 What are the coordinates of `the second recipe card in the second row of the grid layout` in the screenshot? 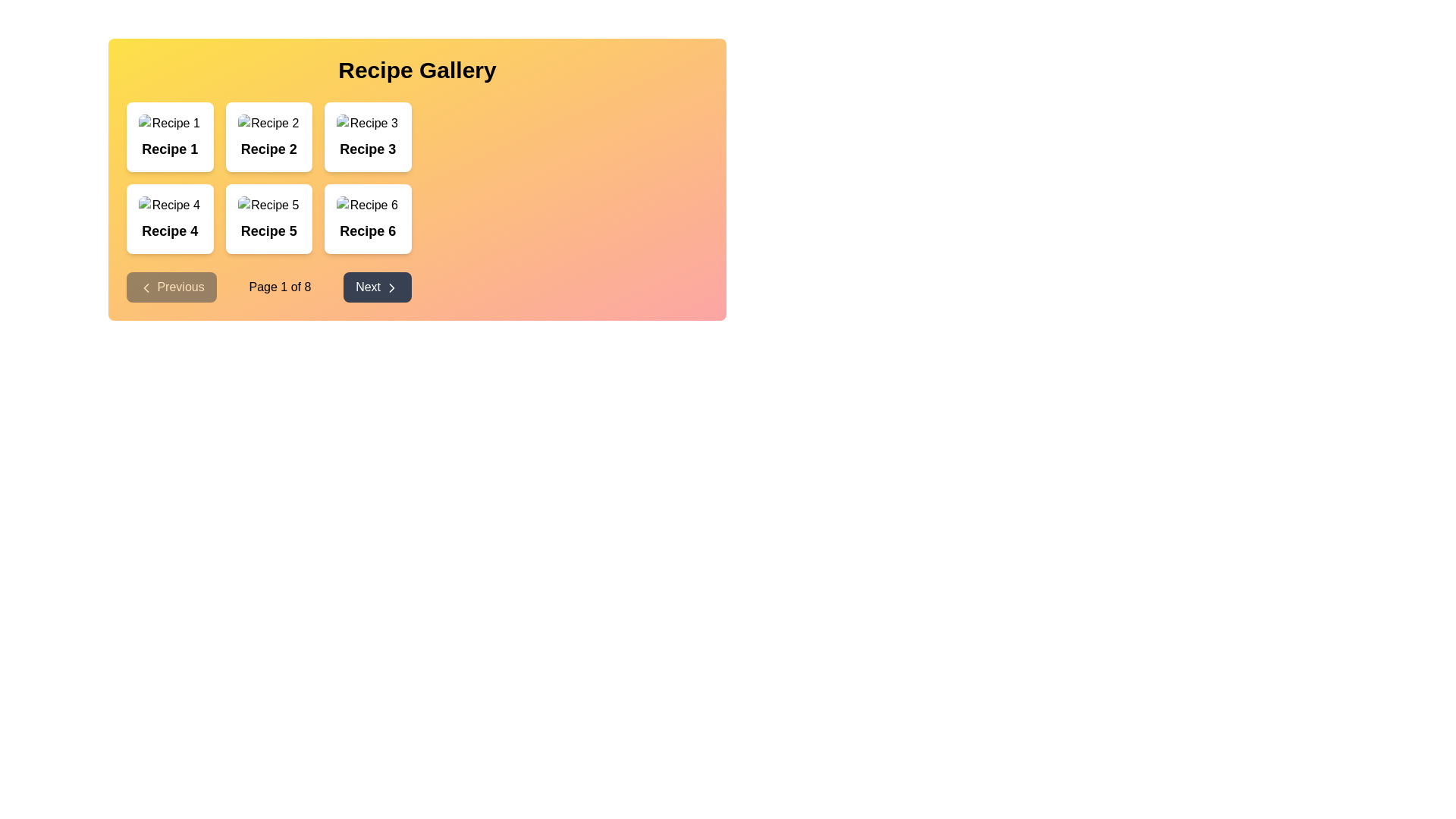 It's located at (268, 201).